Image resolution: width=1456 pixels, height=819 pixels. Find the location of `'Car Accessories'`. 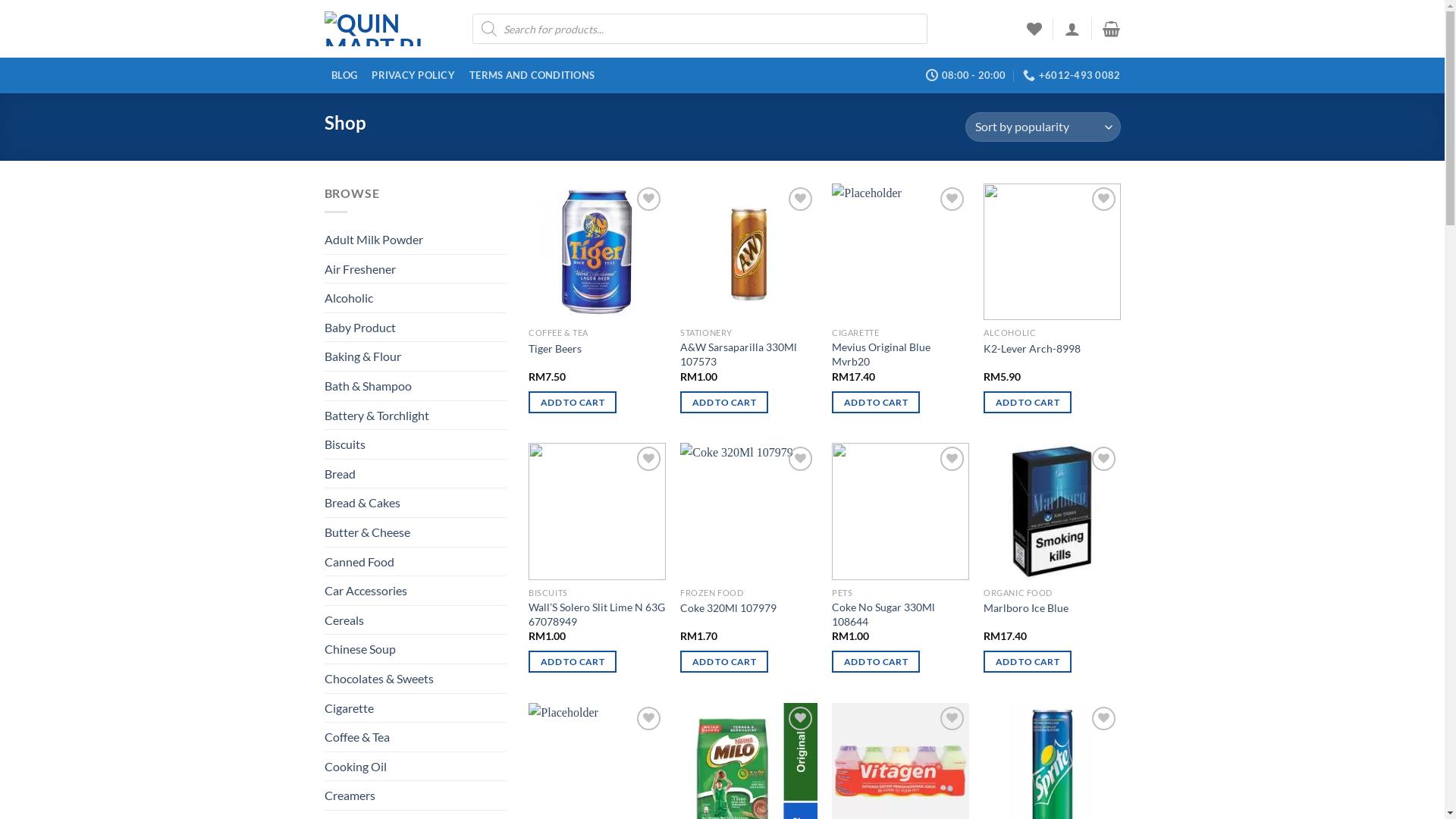

'Car Accessories' is located at coordinates (415, 590).